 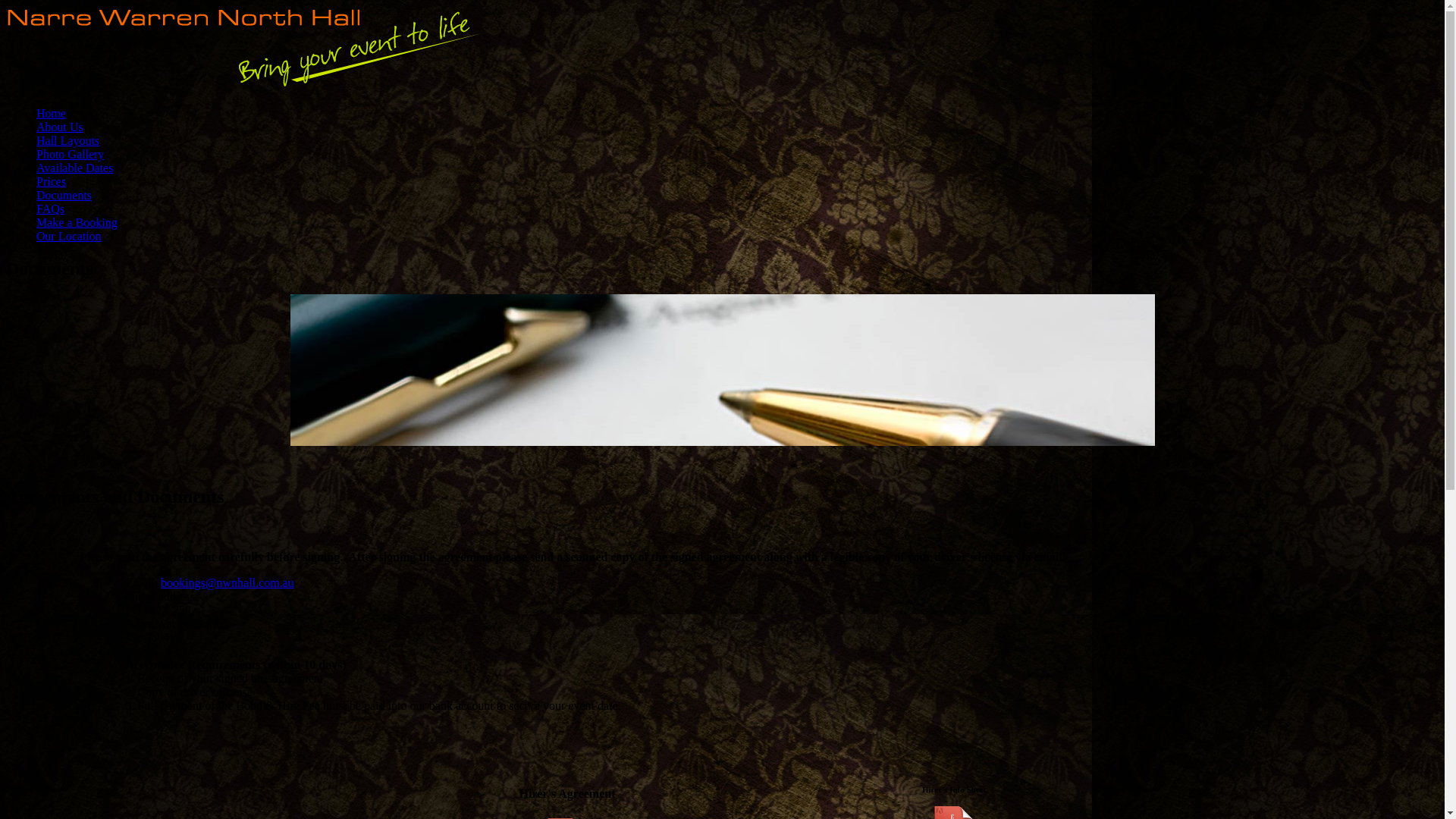 I want to click on 'bookings@nwnhall.com.au', so click(x=226, y=582).